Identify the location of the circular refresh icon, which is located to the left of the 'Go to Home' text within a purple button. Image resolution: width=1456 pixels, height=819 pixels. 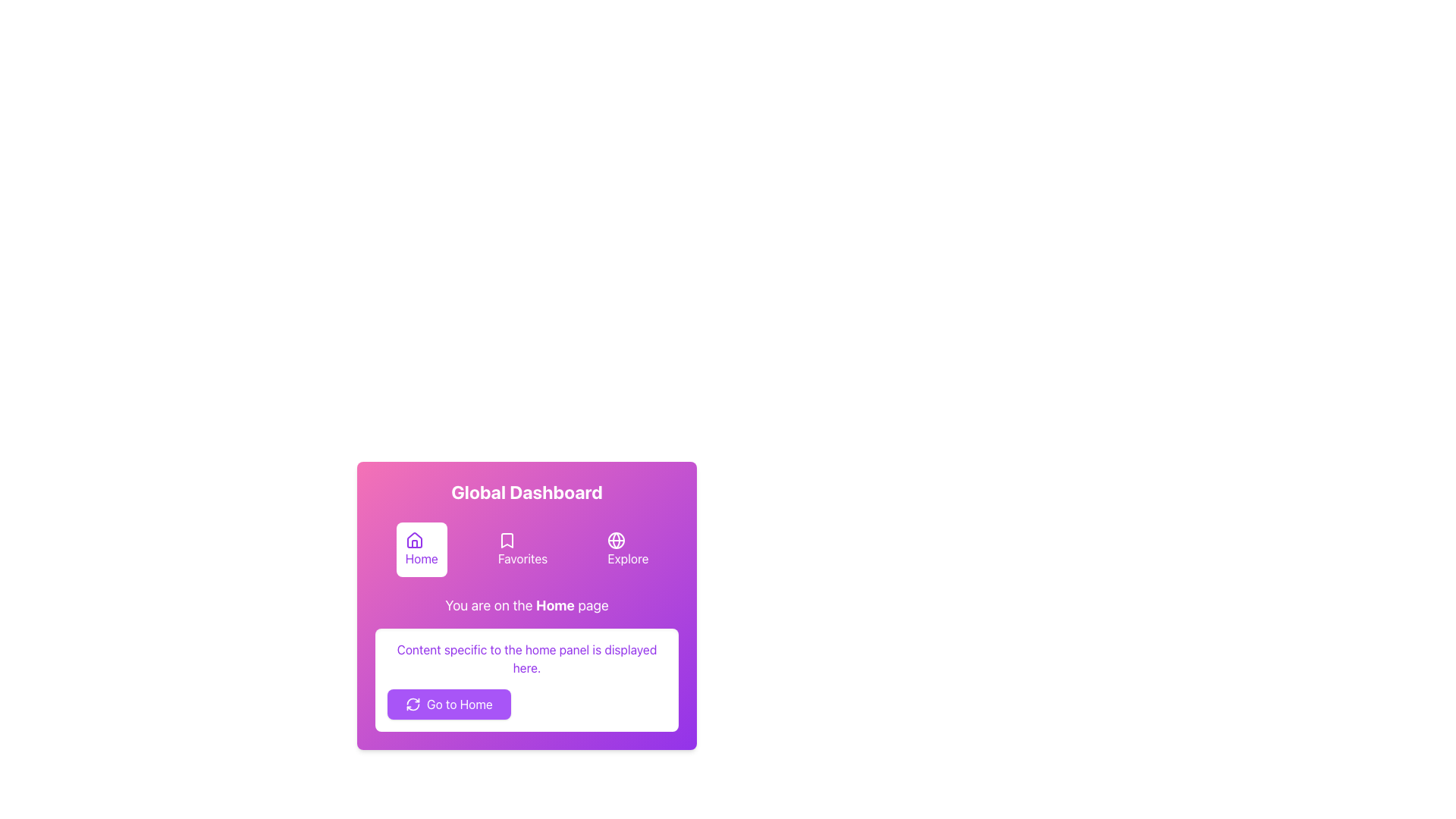
(413, 704).